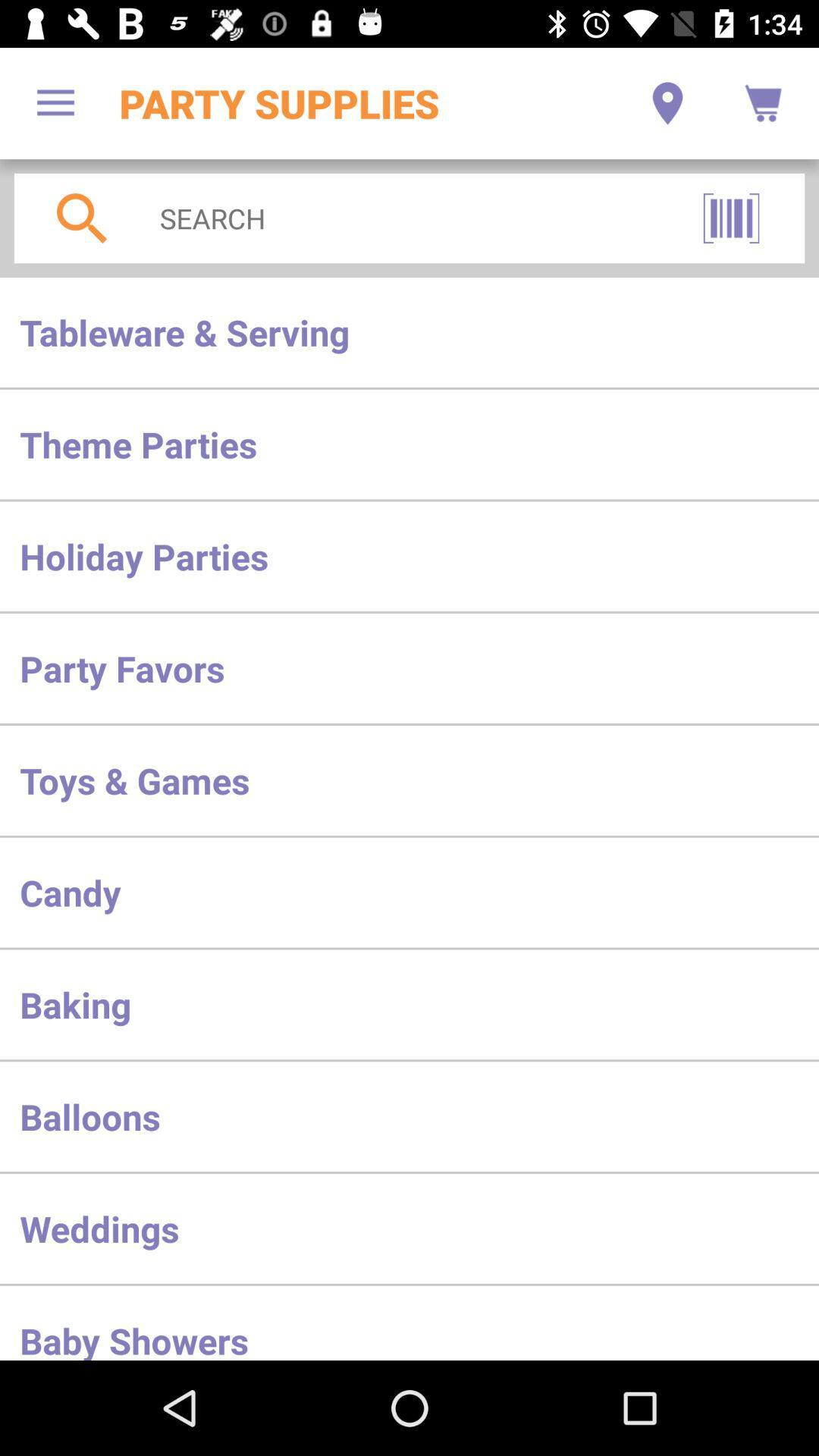  I want to click on the item below toys & games, so click(409, 893).